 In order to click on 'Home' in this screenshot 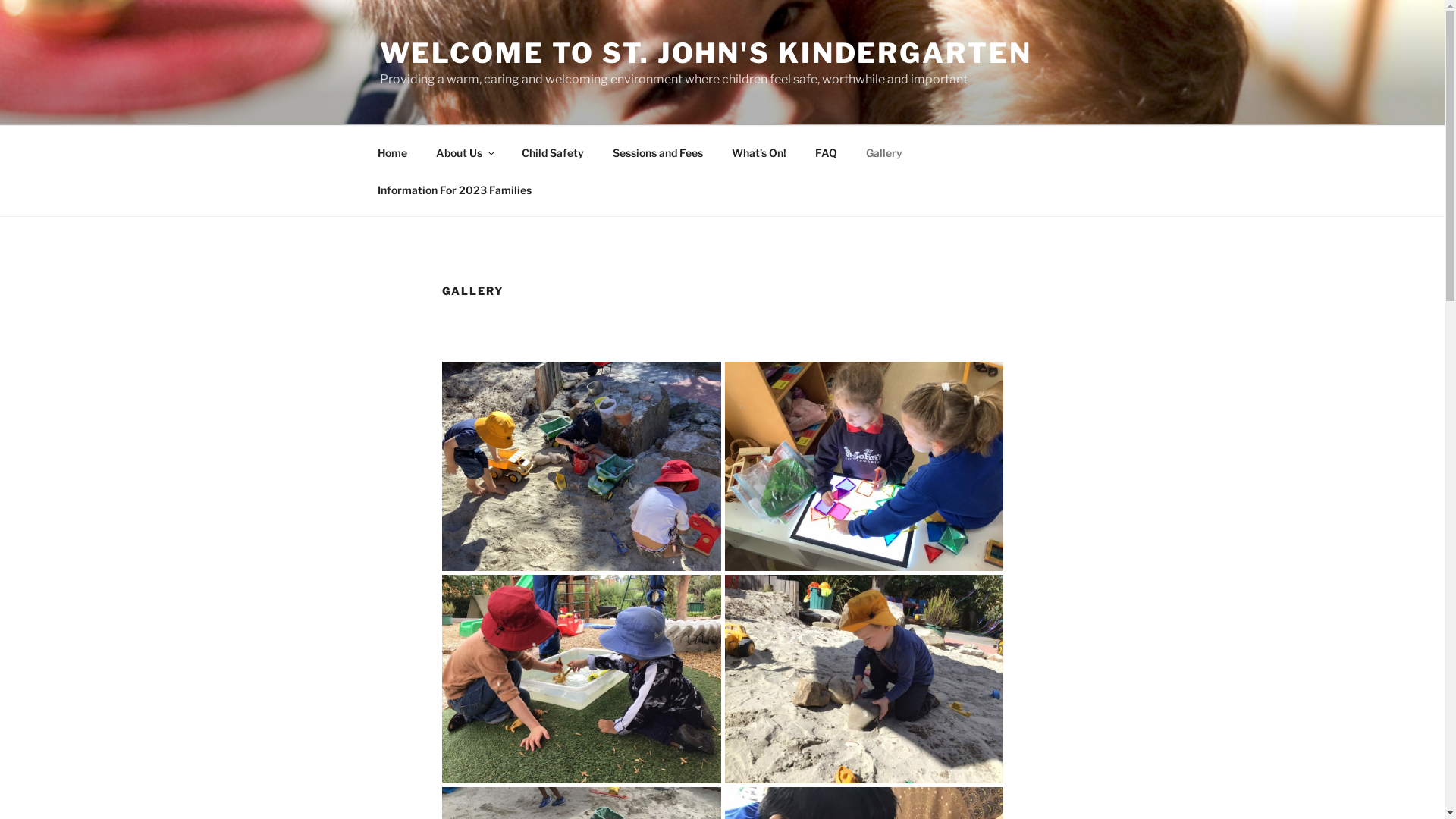, I will do `click(392, 152)`.